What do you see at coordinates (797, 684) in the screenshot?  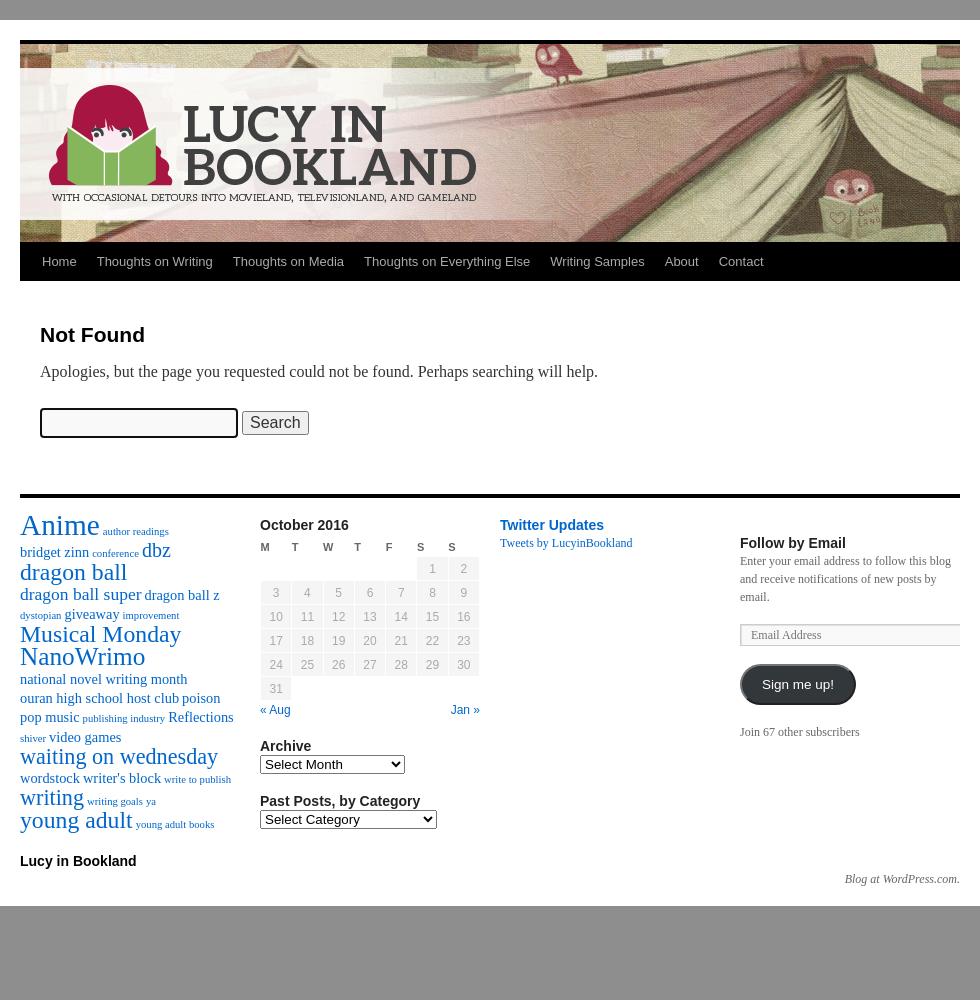 I see `'Sign me up!'` at bounding box center [797, 684].